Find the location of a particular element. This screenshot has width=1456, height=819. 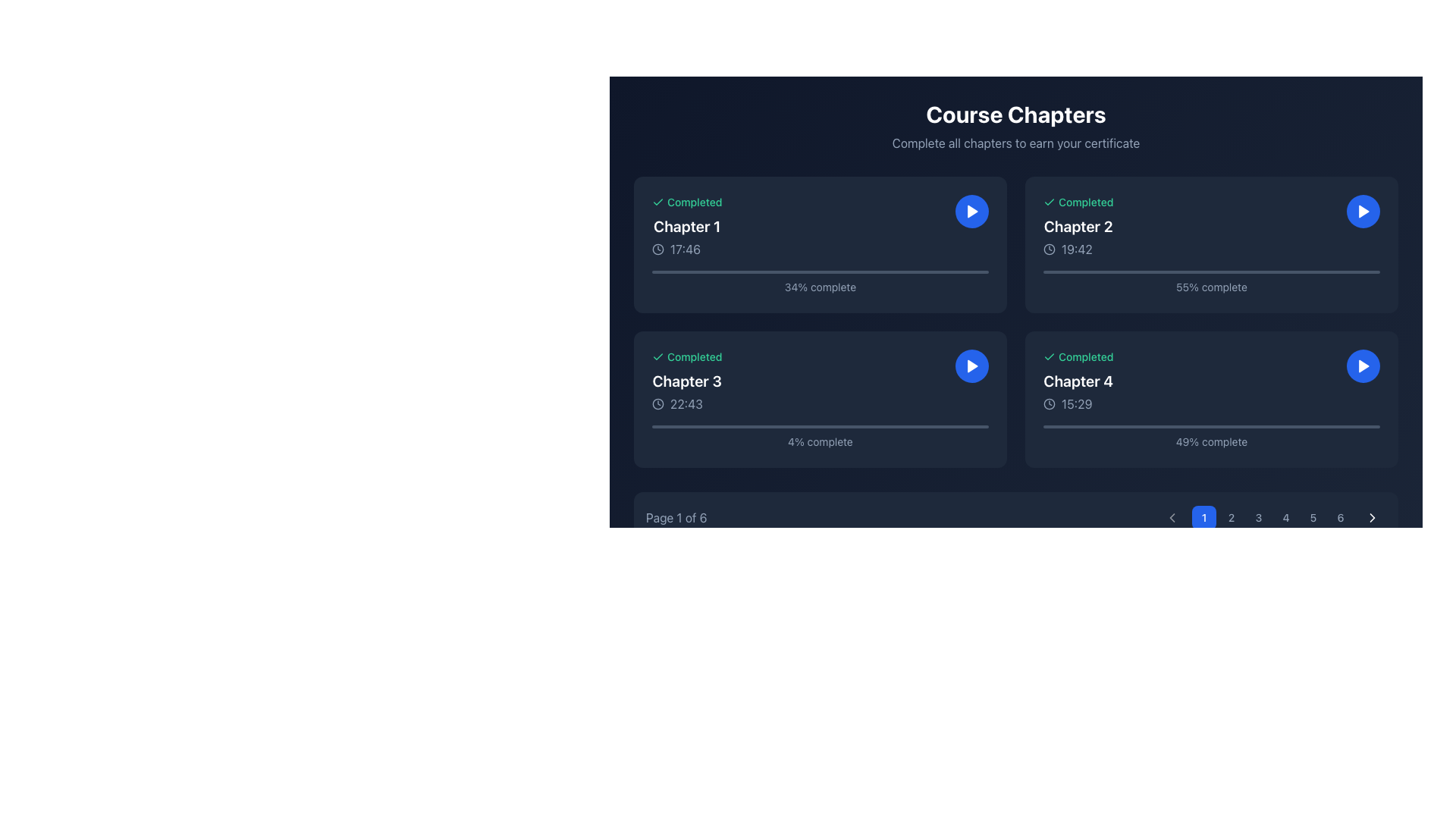

the leftmost navigation icon at the bottom-right corner of the interface is located at coordinates (1171, 516).